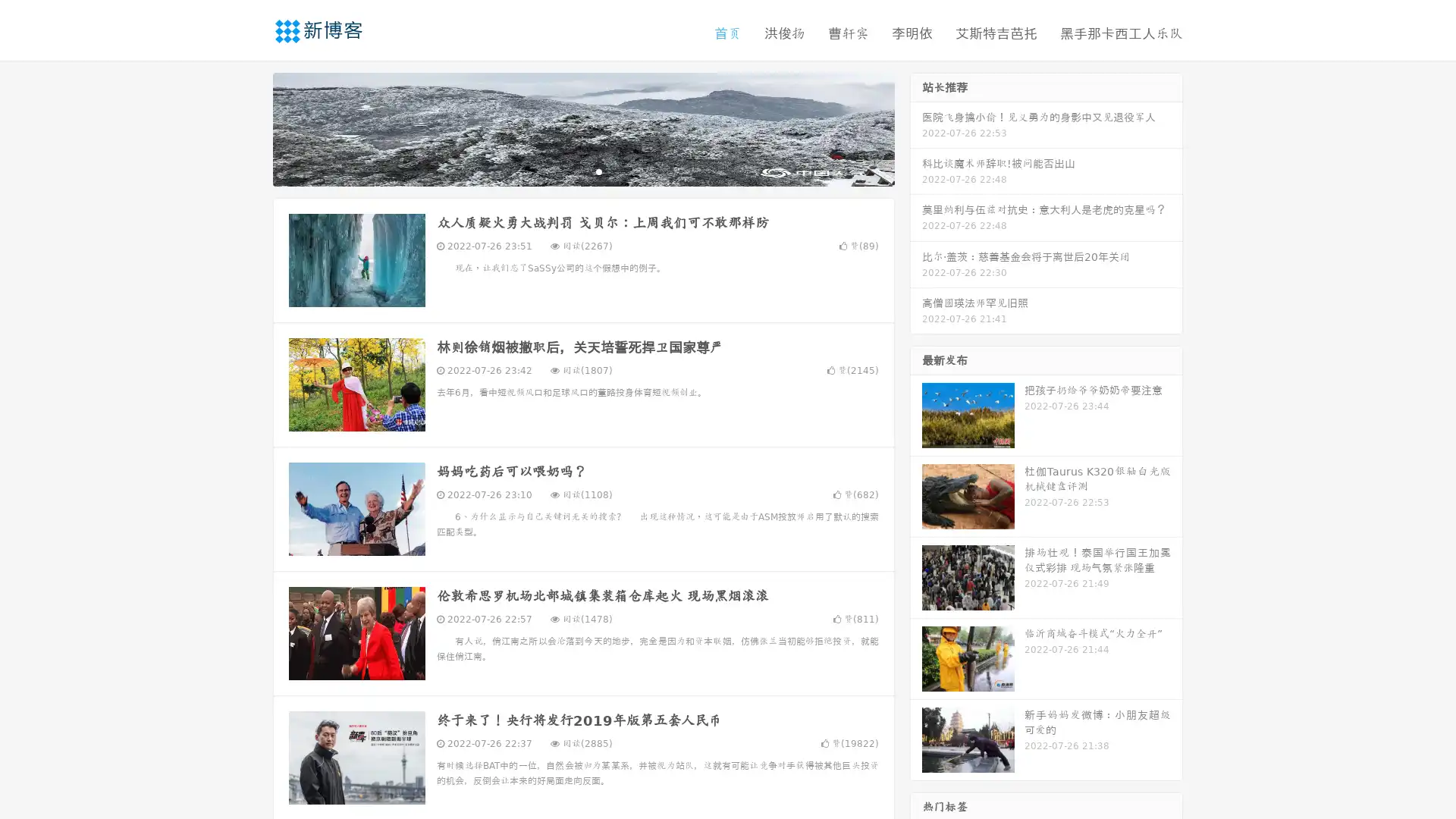 This screenshot has width=1456, height=819. Describe the element at coordinates (567, 171) in the screenshot. I see `Go to slide 1` at that location.